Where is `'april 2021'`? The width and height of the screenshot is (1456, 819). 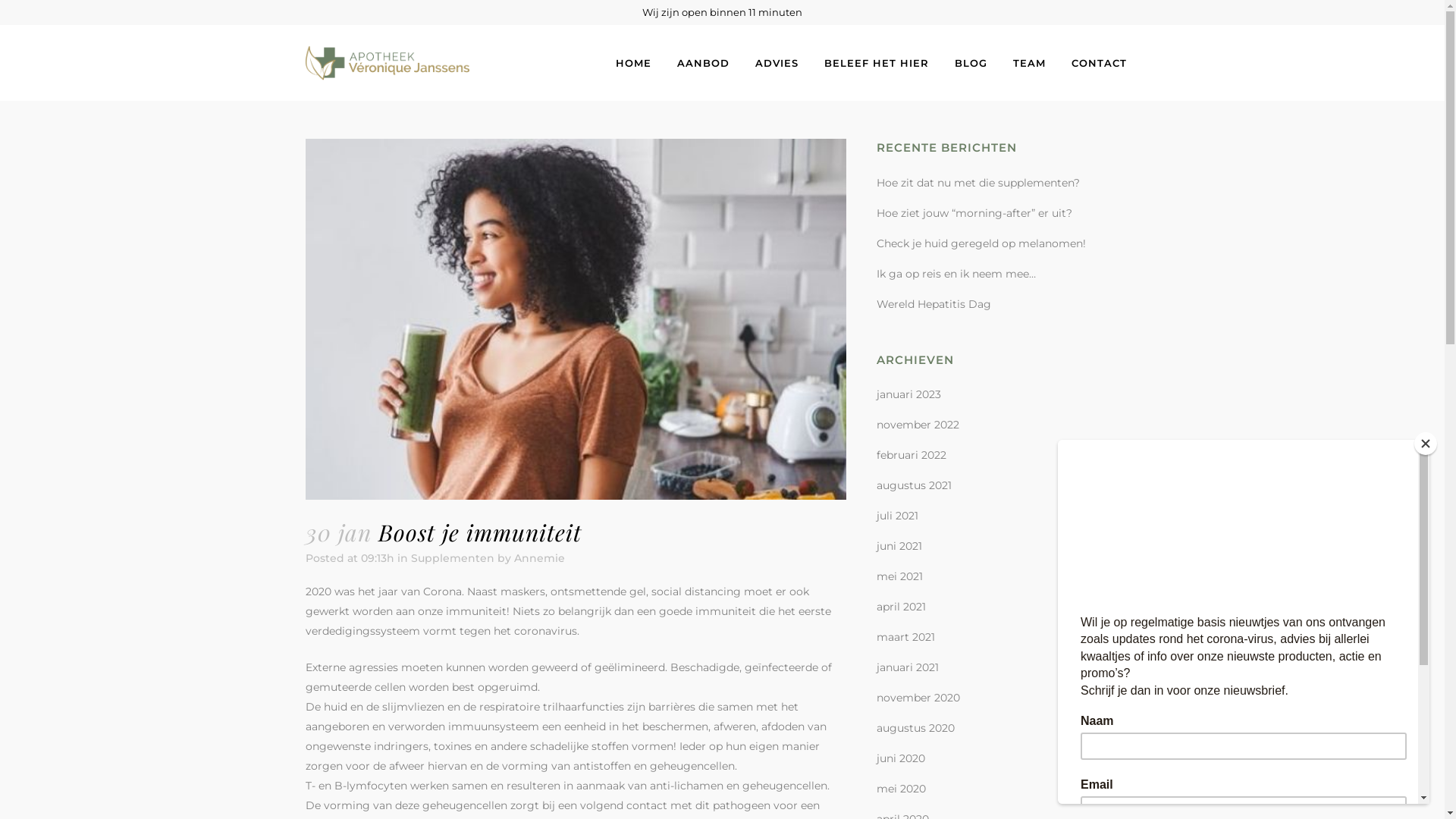 'april 2021' is located at coordinates (901, 605).